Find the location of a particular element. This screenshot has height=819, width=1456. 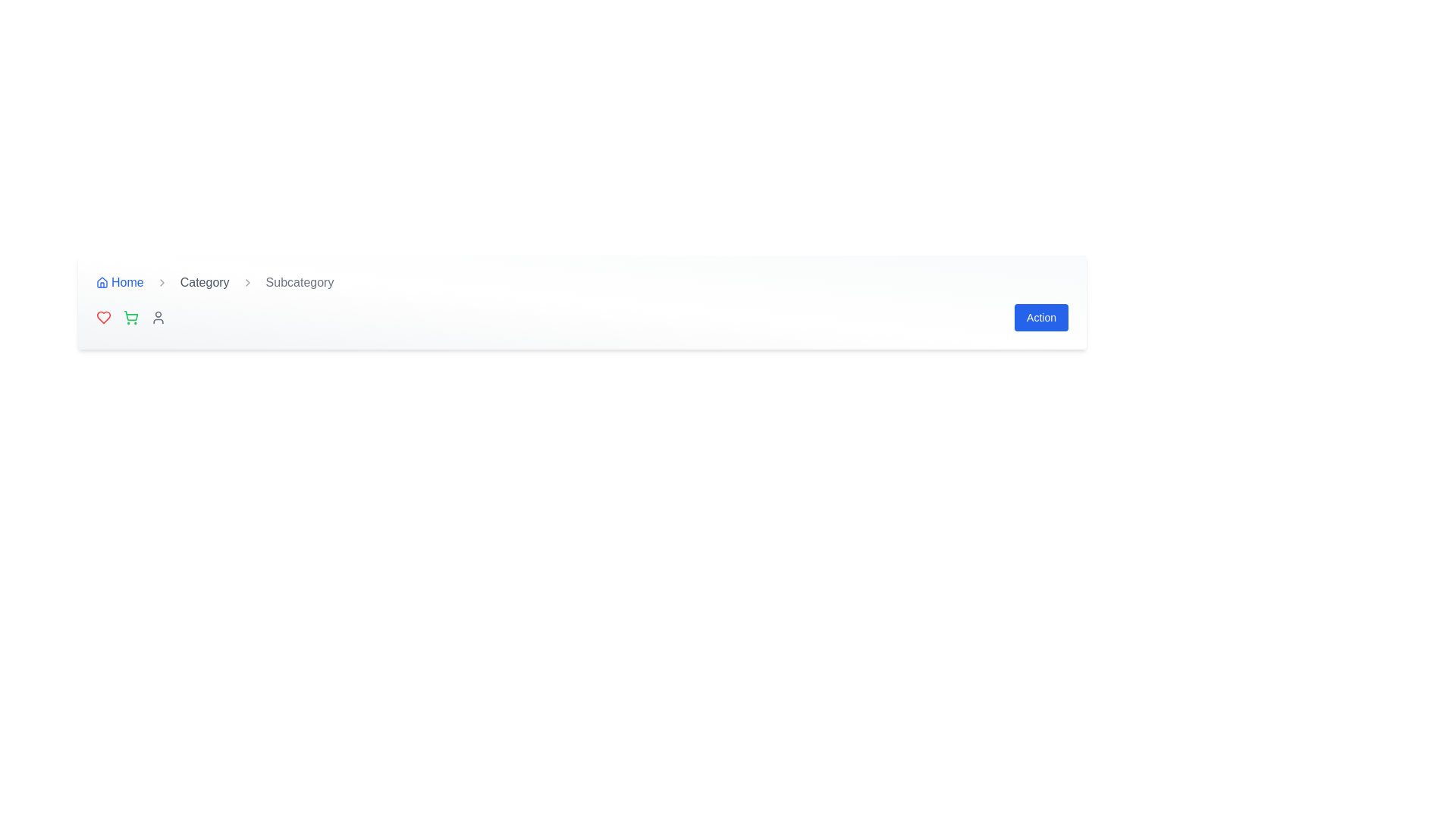

the heart icon, which is the first item in a group of three icons in the bottom left corner of the page, to favorite the related item is located at coordinates (103, 317).